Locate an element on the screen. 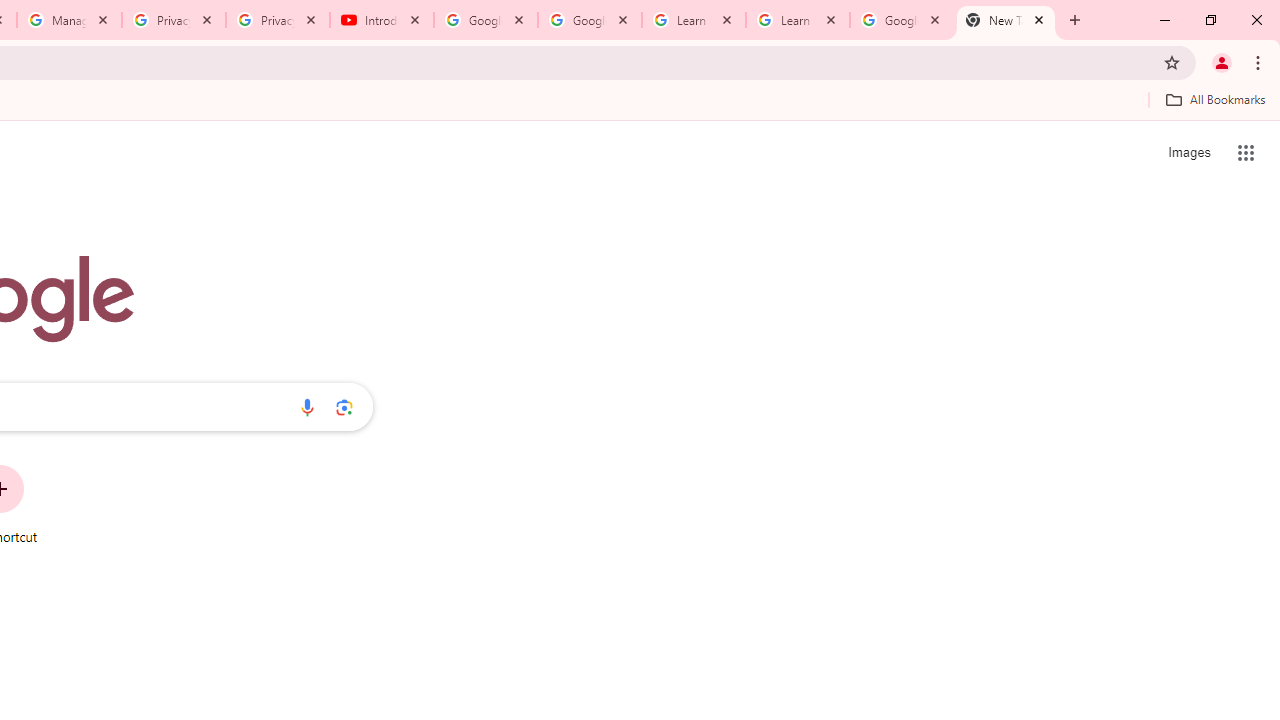 The image size is (1280, 720). 'Minimize' is located at coordinates (1165, 20).